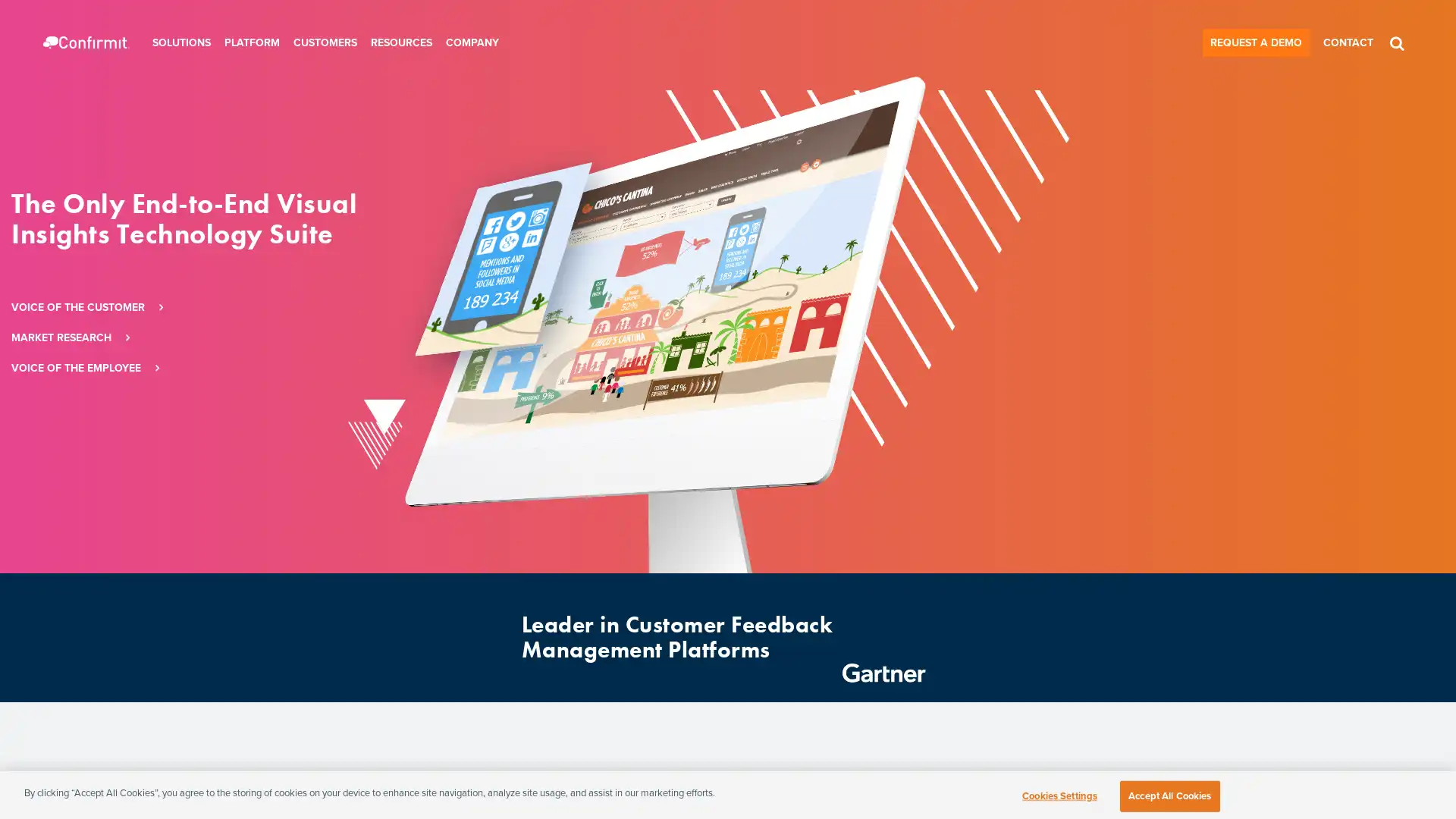 The width and height of the screenshot is (1456, 819). I want to click on Accept All Cookies, so click(1169, 795).